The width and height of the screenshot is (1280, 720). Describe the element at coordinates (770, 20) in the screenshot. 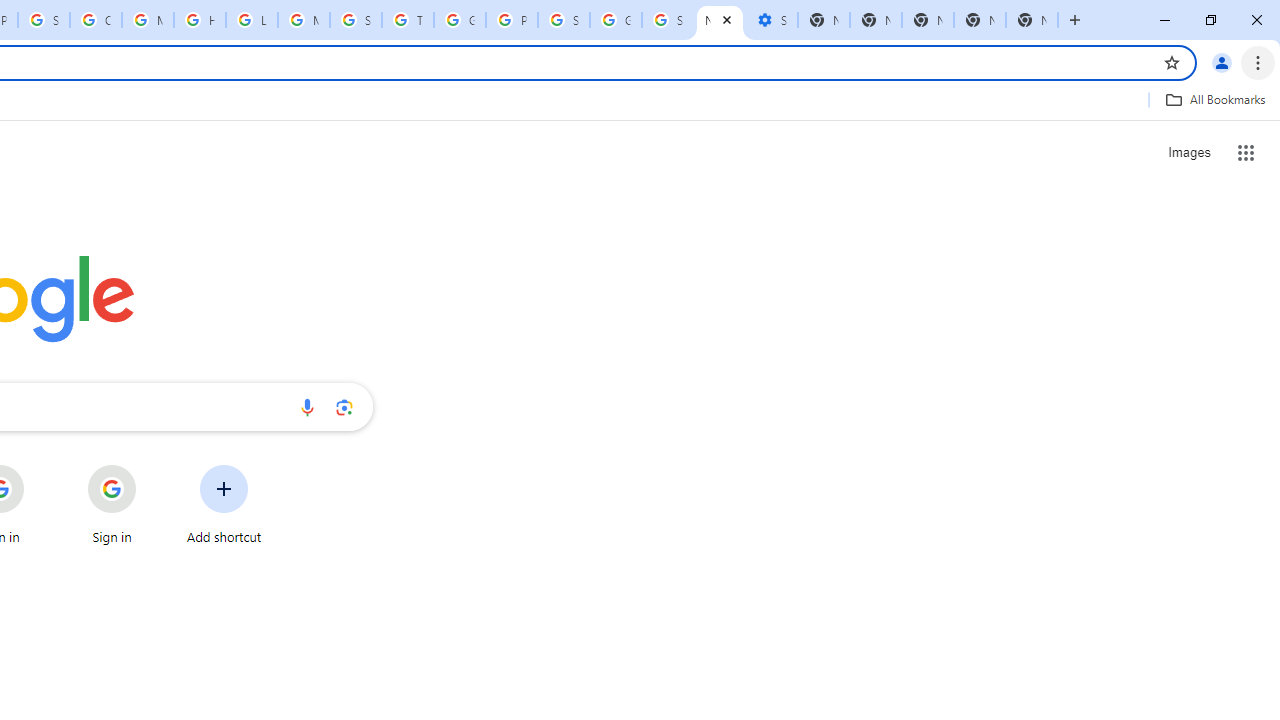

I see `'Settings - Performance'` at that location.